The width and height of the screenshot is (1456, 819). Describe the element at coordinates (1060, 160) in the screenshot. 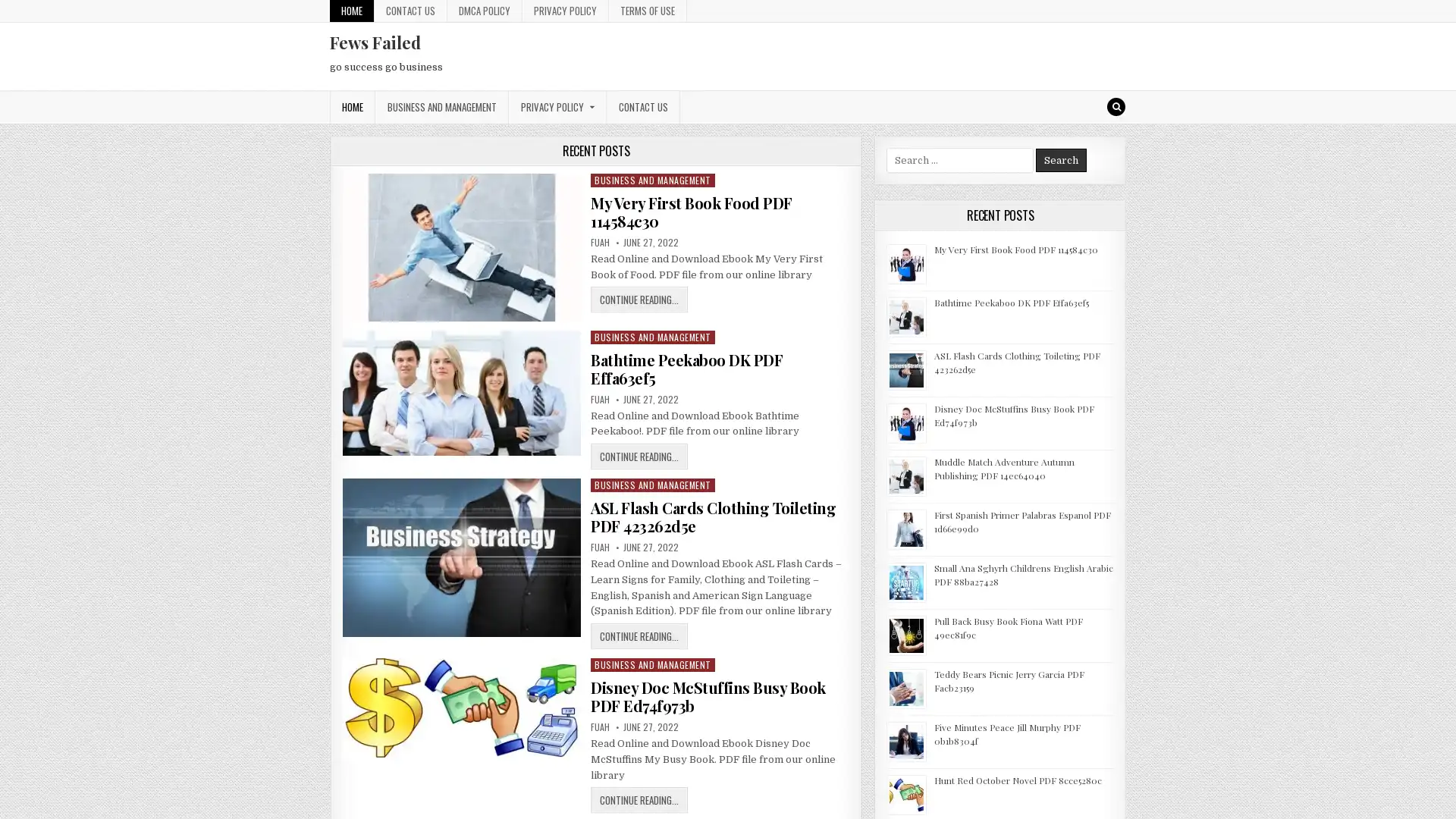

I see `Search` at that location.